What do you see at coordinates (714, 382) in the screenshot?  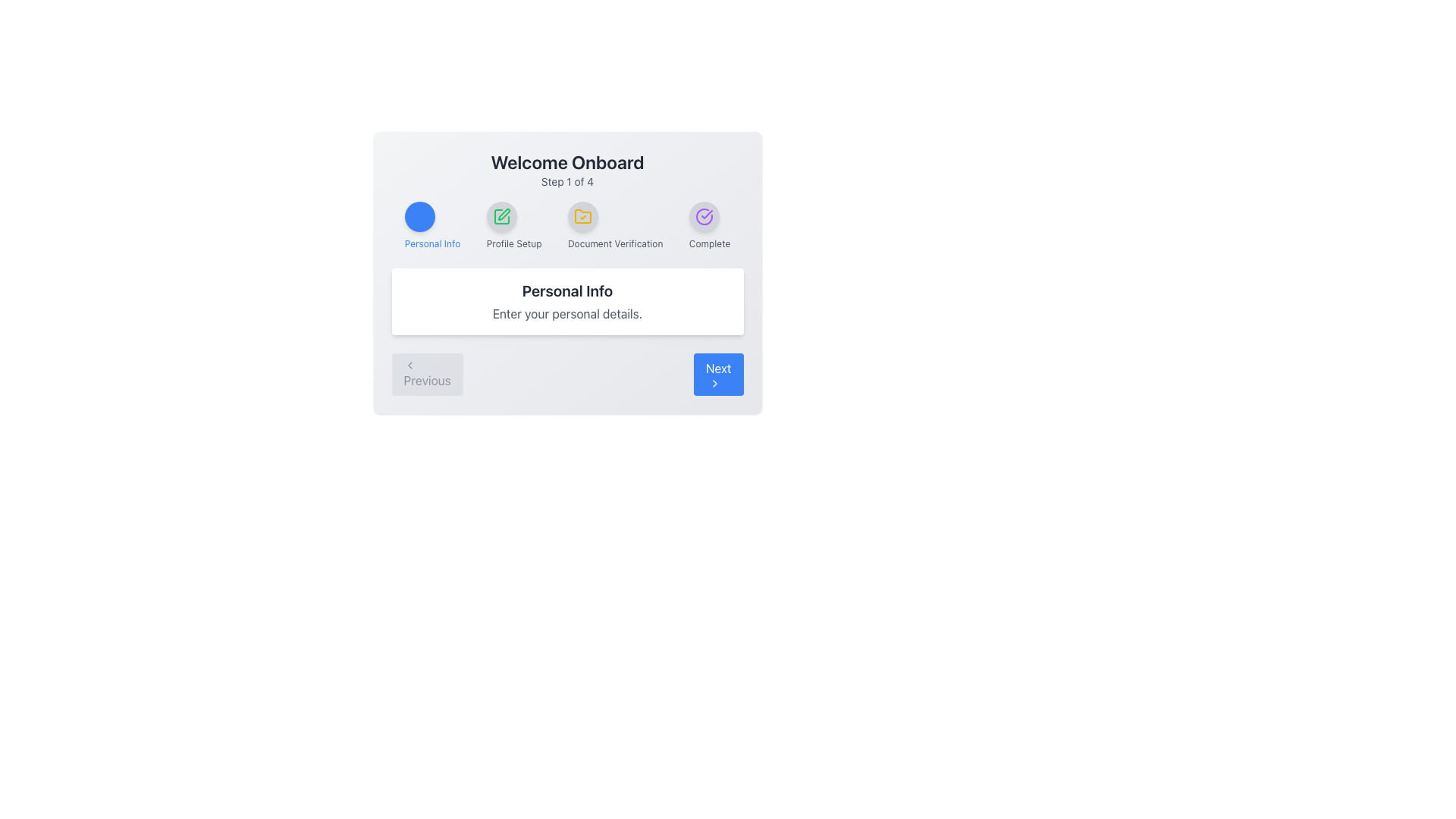 I see `the right-pointing chevron arrow icon of the 'Next' button to observe any visual changes` at bounding box center [714, 382].